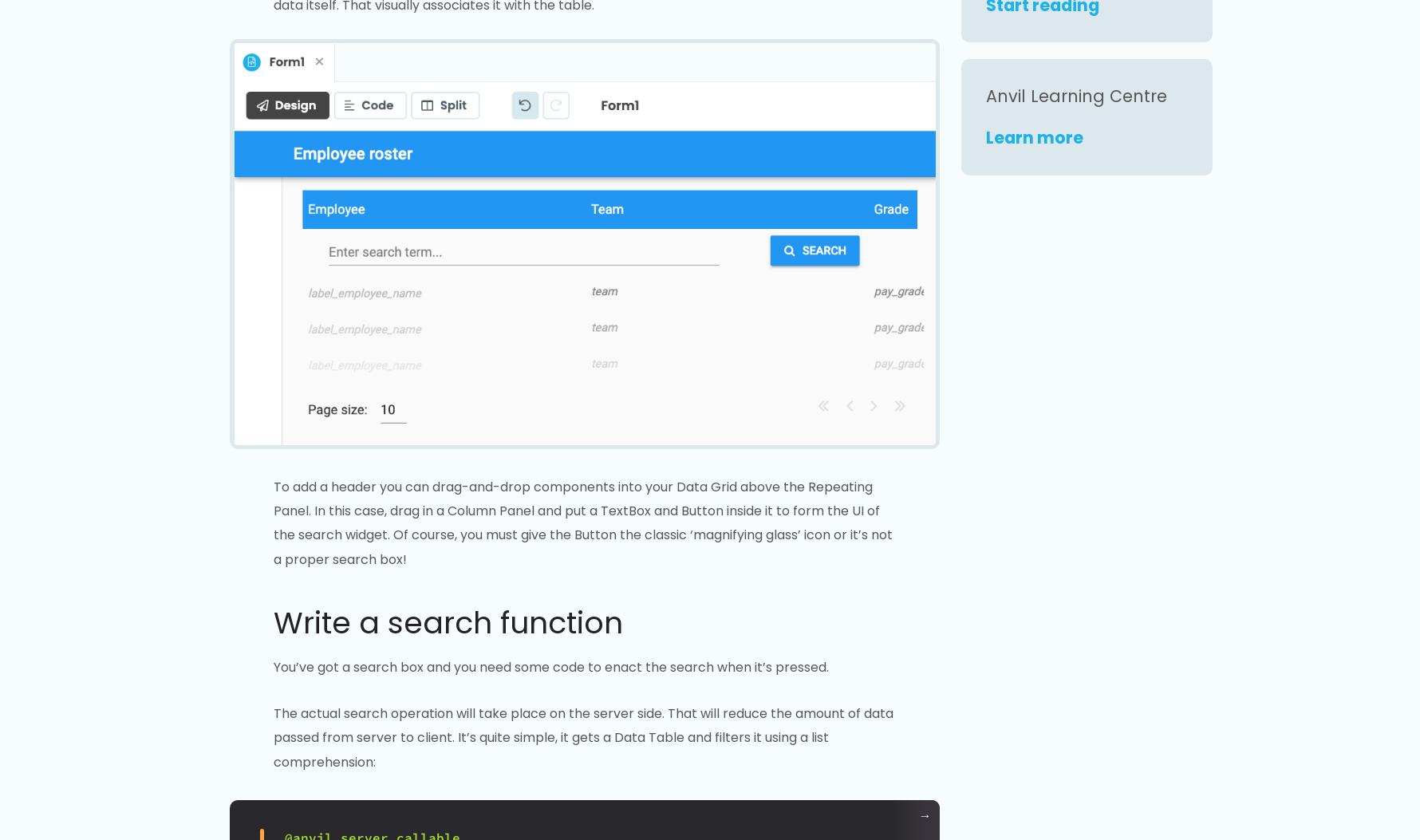 The height and width of the screenshot is (840, 1420). I want to click on 'Support', so click(742, 578).